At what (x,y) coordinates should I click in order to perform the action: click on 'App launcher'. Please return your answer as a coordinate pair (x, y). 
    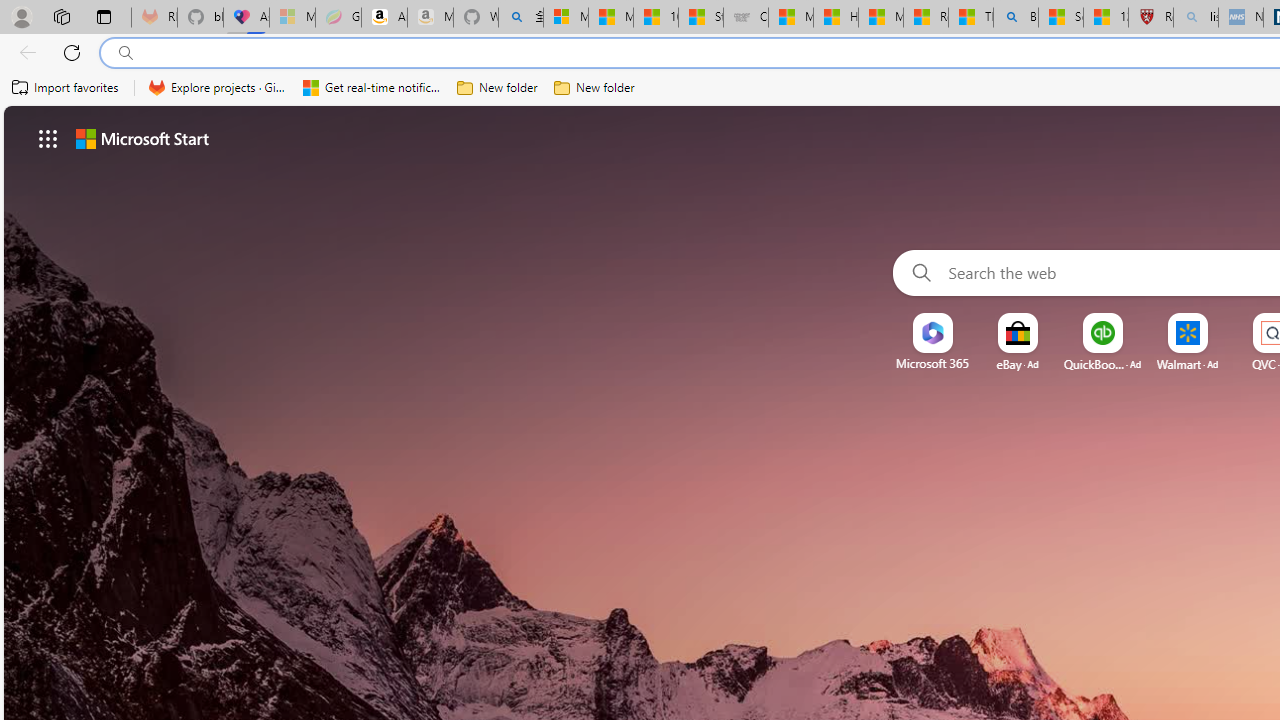
    Looking at the image, I should click on (48, 137).